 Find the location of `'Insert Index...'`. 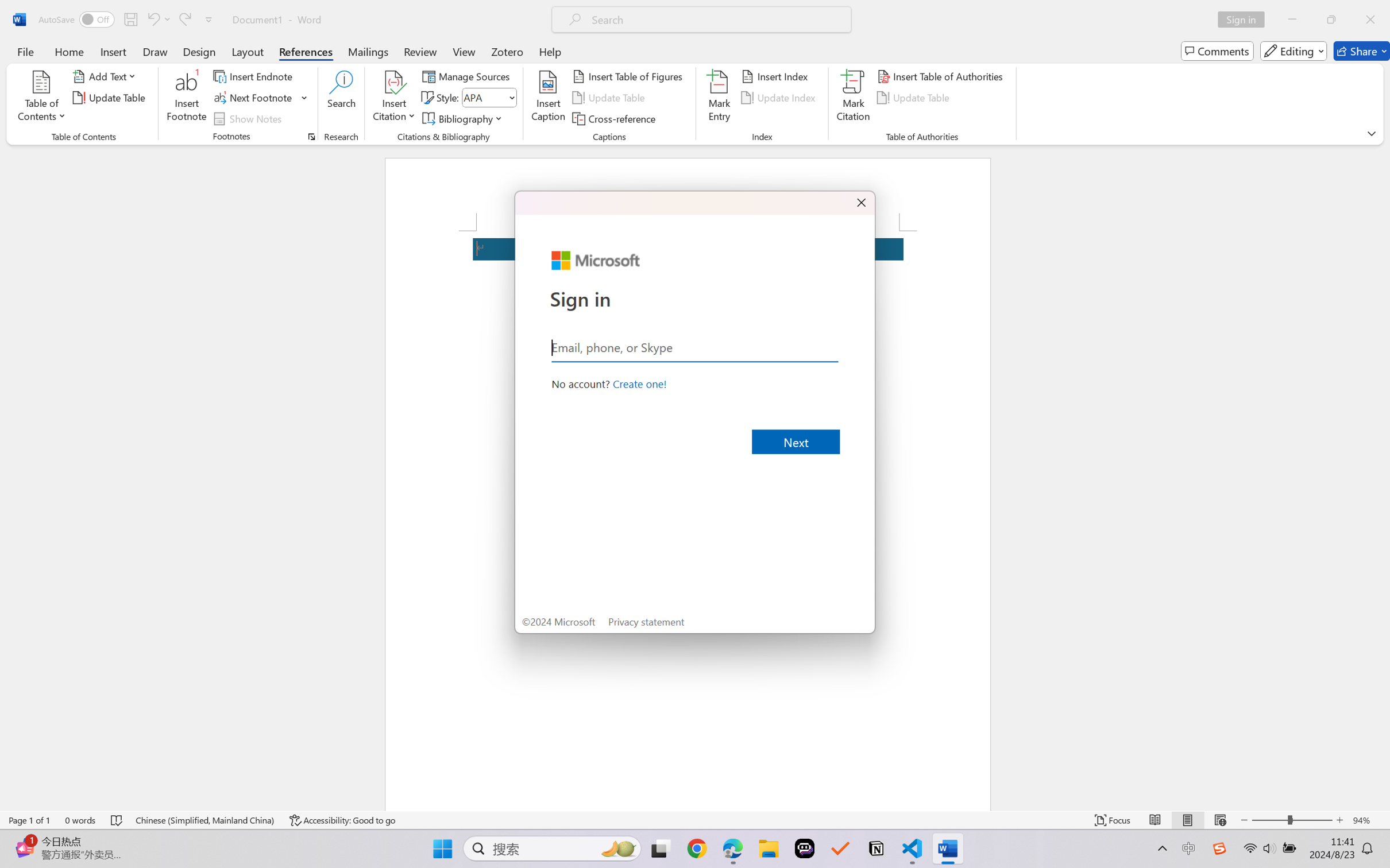

'Insert Index...' is located at coordinates (775, 75).